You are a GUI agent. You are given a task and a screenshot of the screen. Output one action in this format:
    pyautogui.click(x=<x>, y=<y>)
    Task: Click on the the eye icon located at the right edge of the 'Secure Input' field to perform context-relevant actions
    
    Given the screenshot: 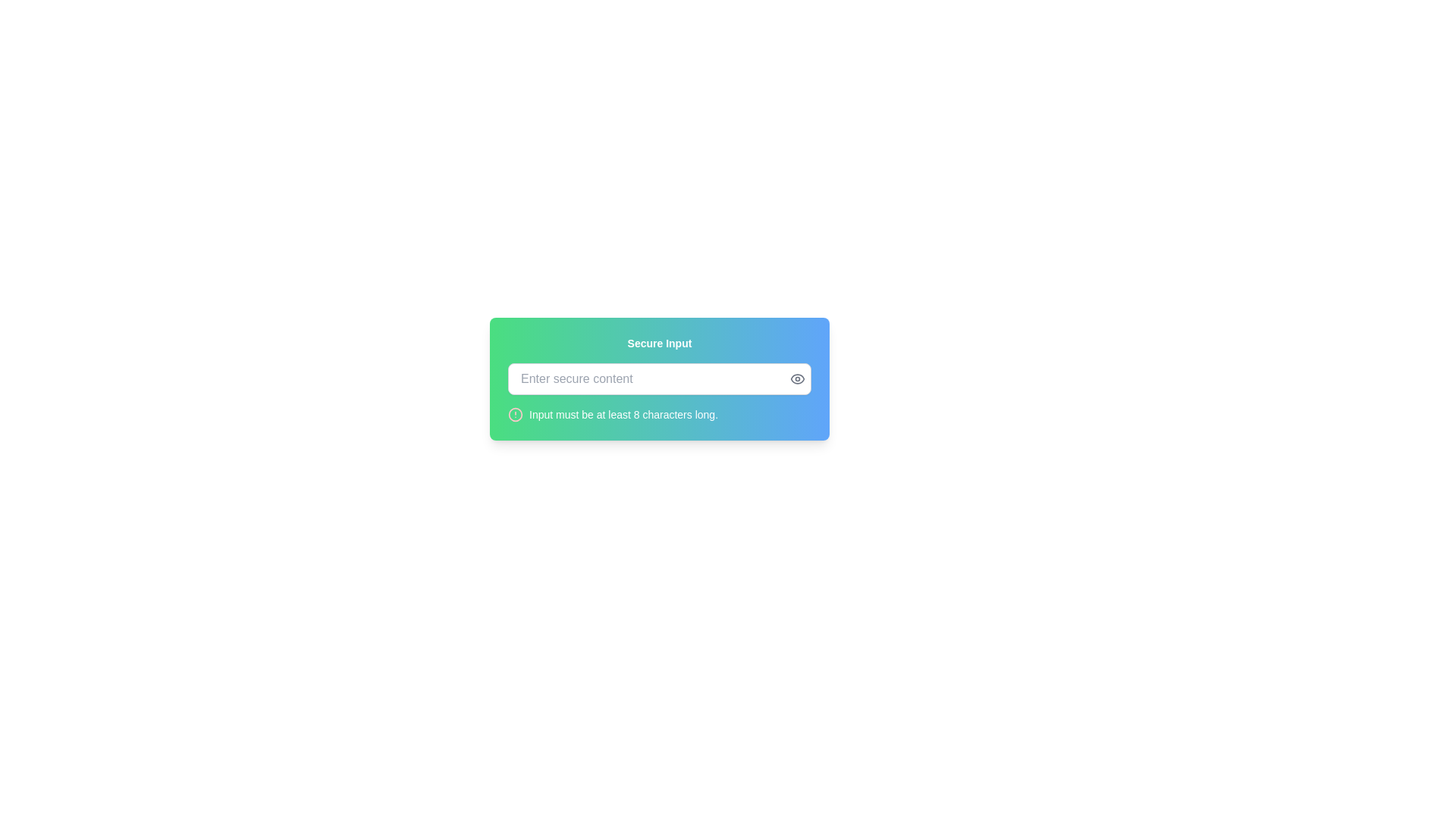 What is the action you would take?
    pyautogui.click(x=796, y=378)
    